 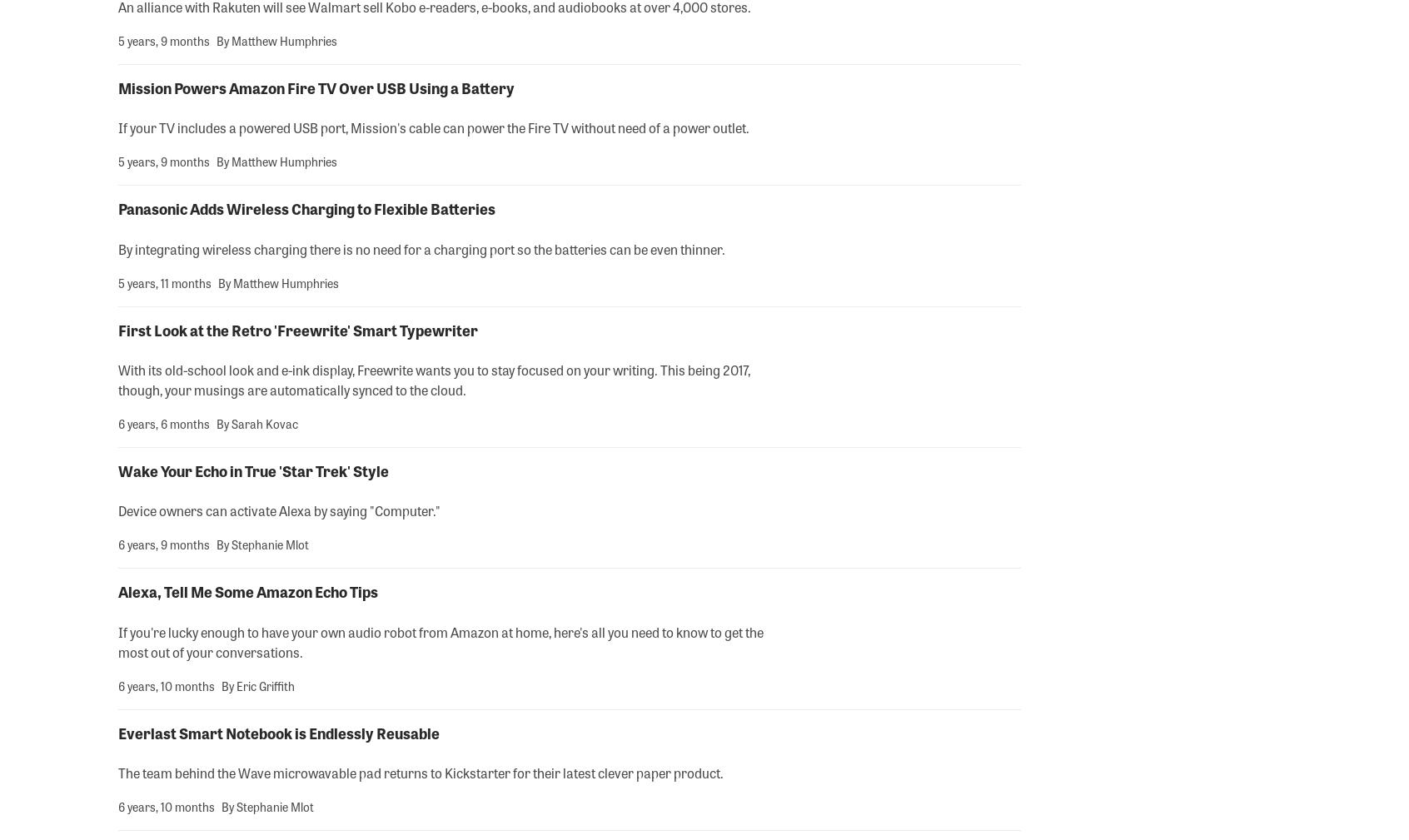 I want to click on 'Device owners can activate Alexa by saying "Computer."', so click(x=278, y=510).